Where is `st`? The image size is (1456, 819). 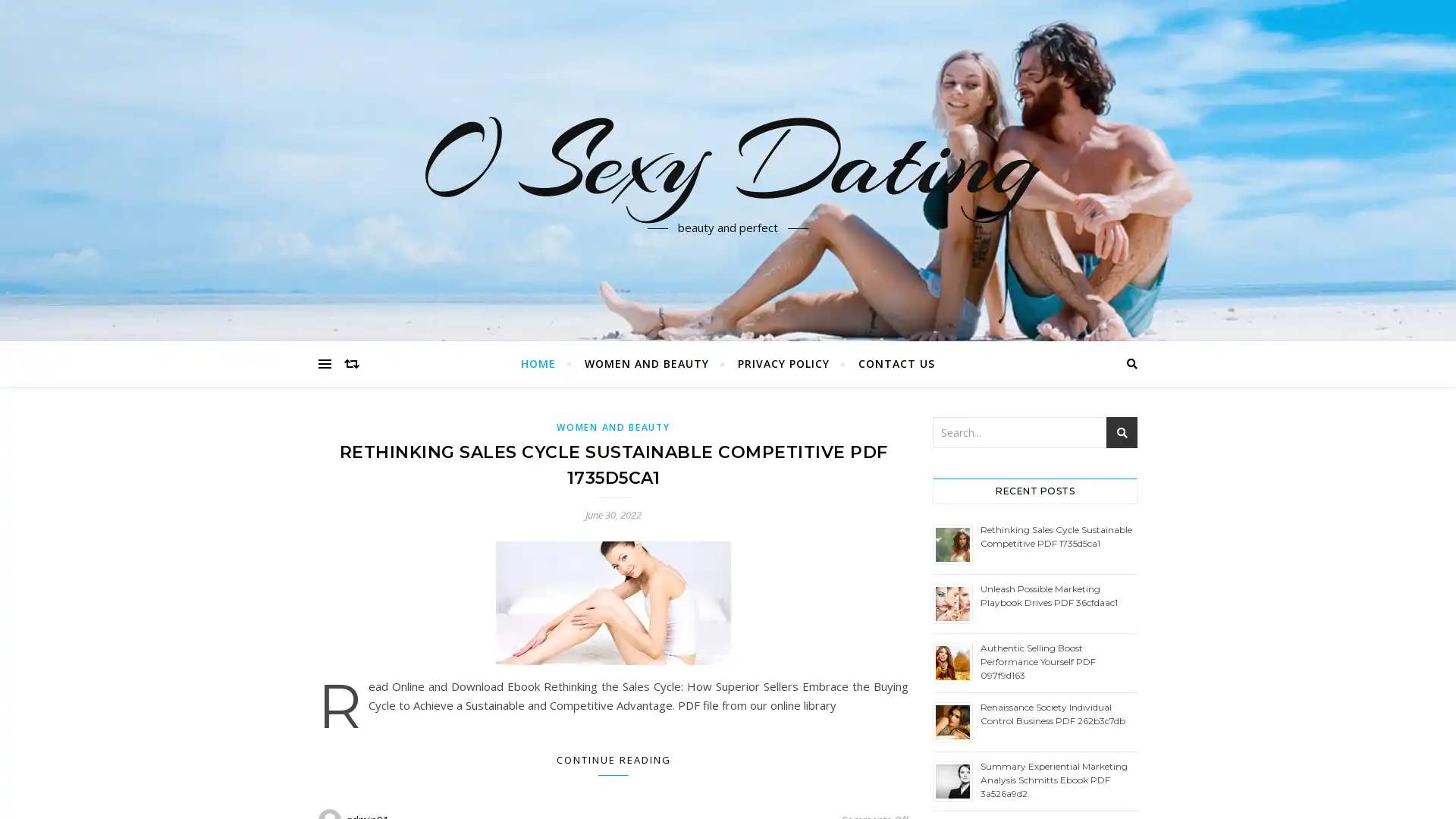
st is located at coordinates (1122, 432).